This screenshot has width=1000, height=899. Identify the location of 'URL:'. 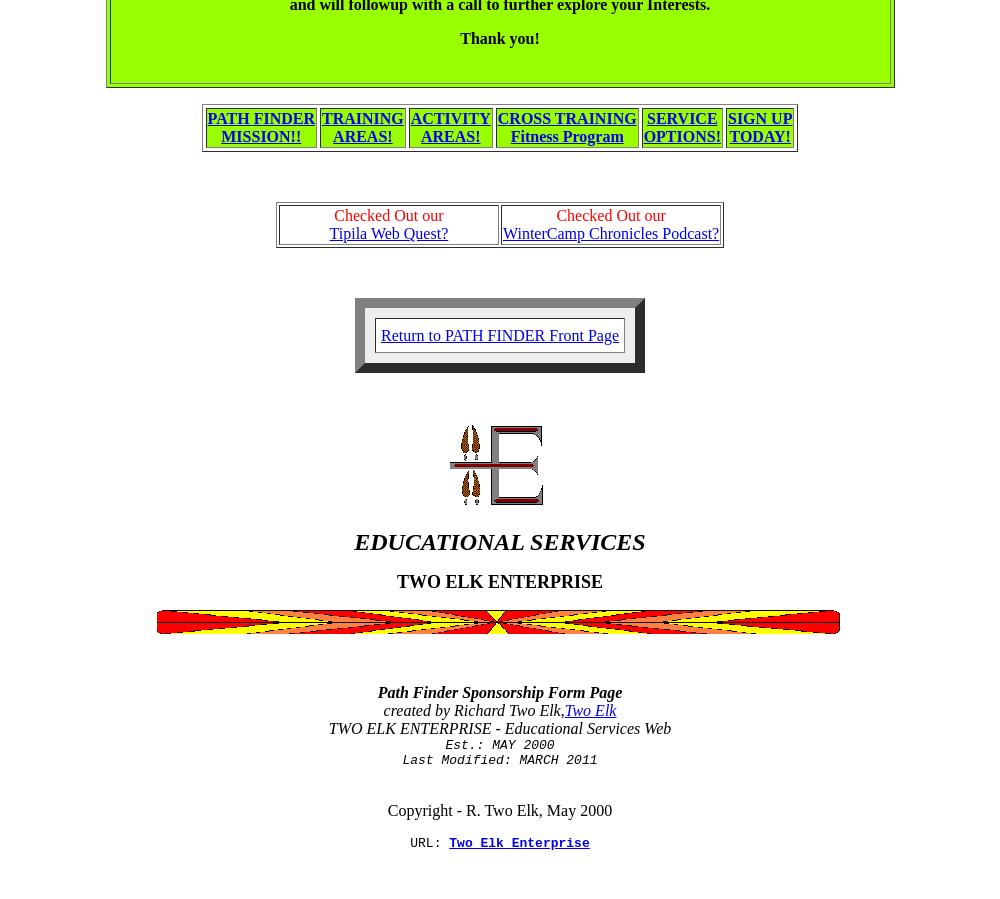
(429, 843).